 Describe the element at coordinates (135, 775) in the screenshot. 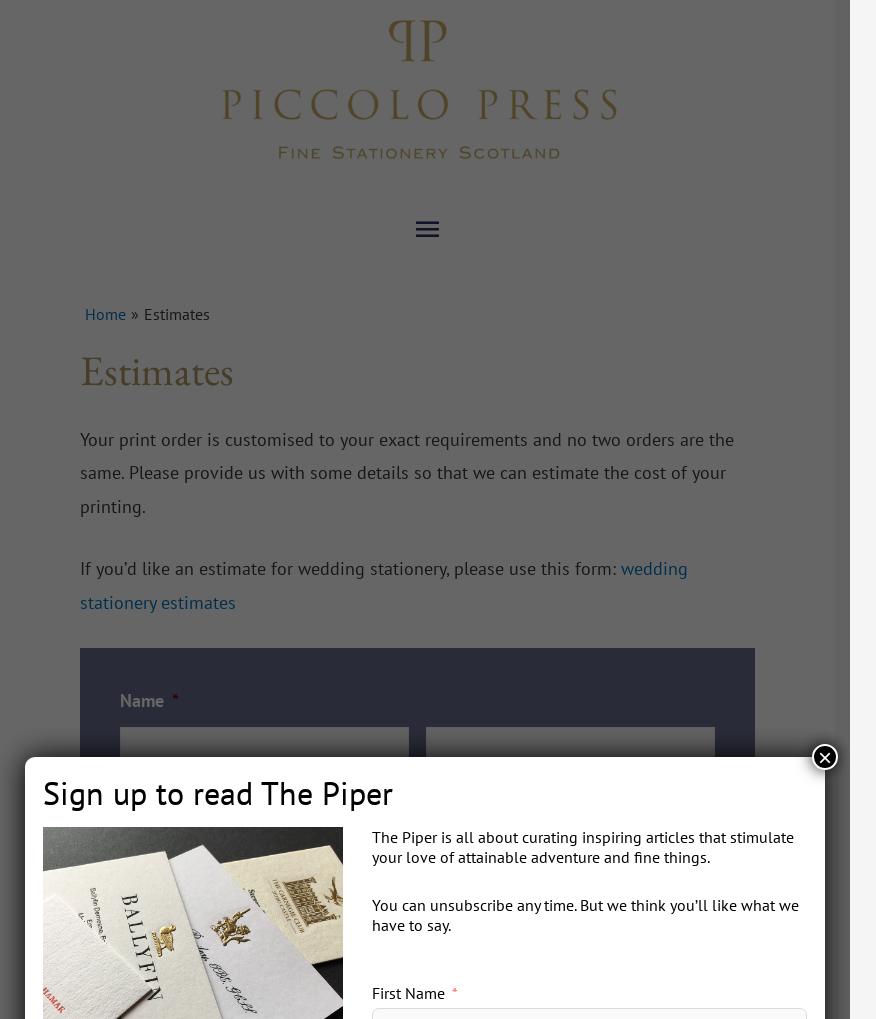

I see `'First'` at that location.